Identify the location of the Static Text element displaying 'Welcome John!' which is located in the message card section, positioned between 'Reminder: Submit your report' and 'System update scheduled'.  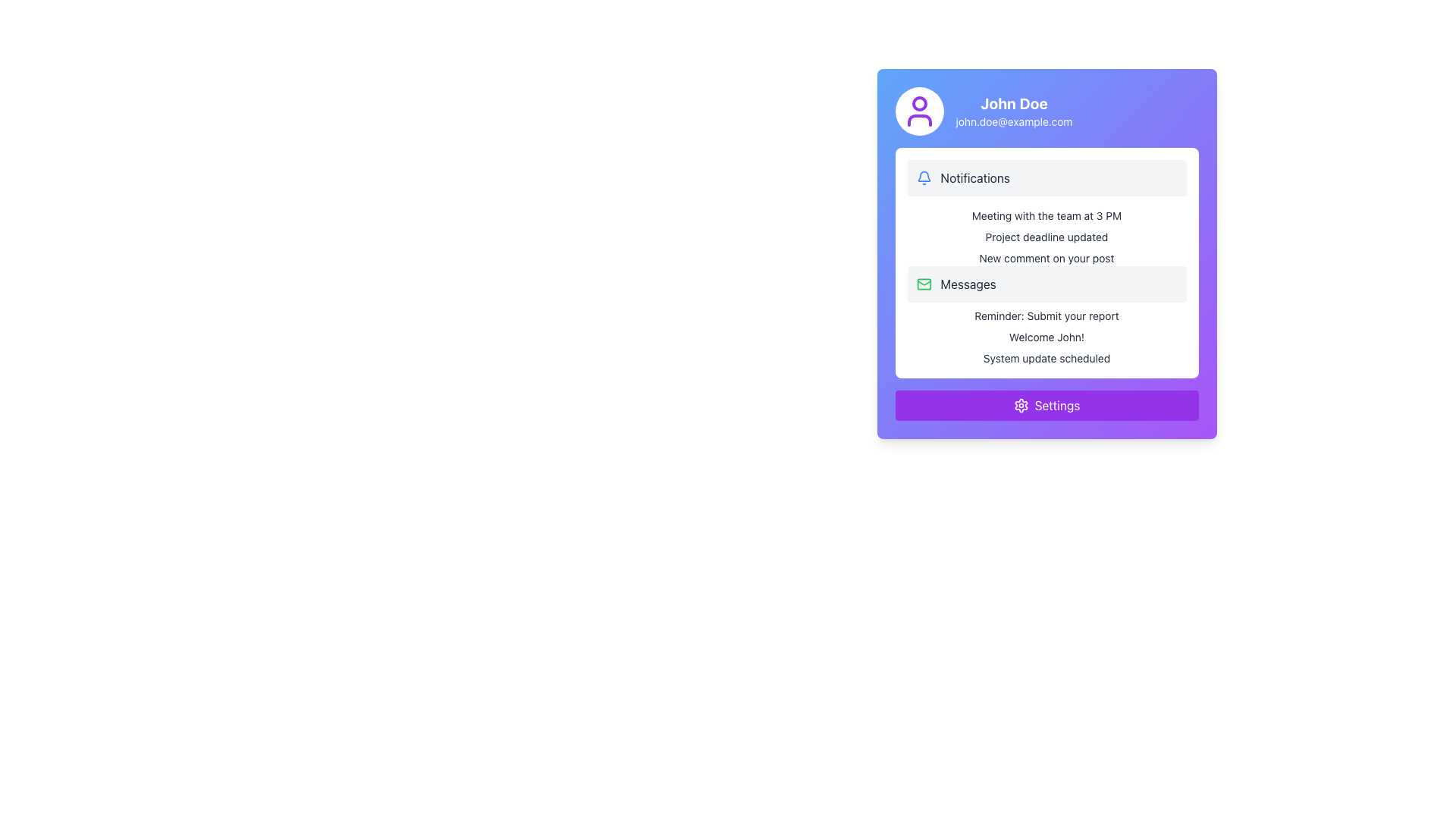
(1046, 336).